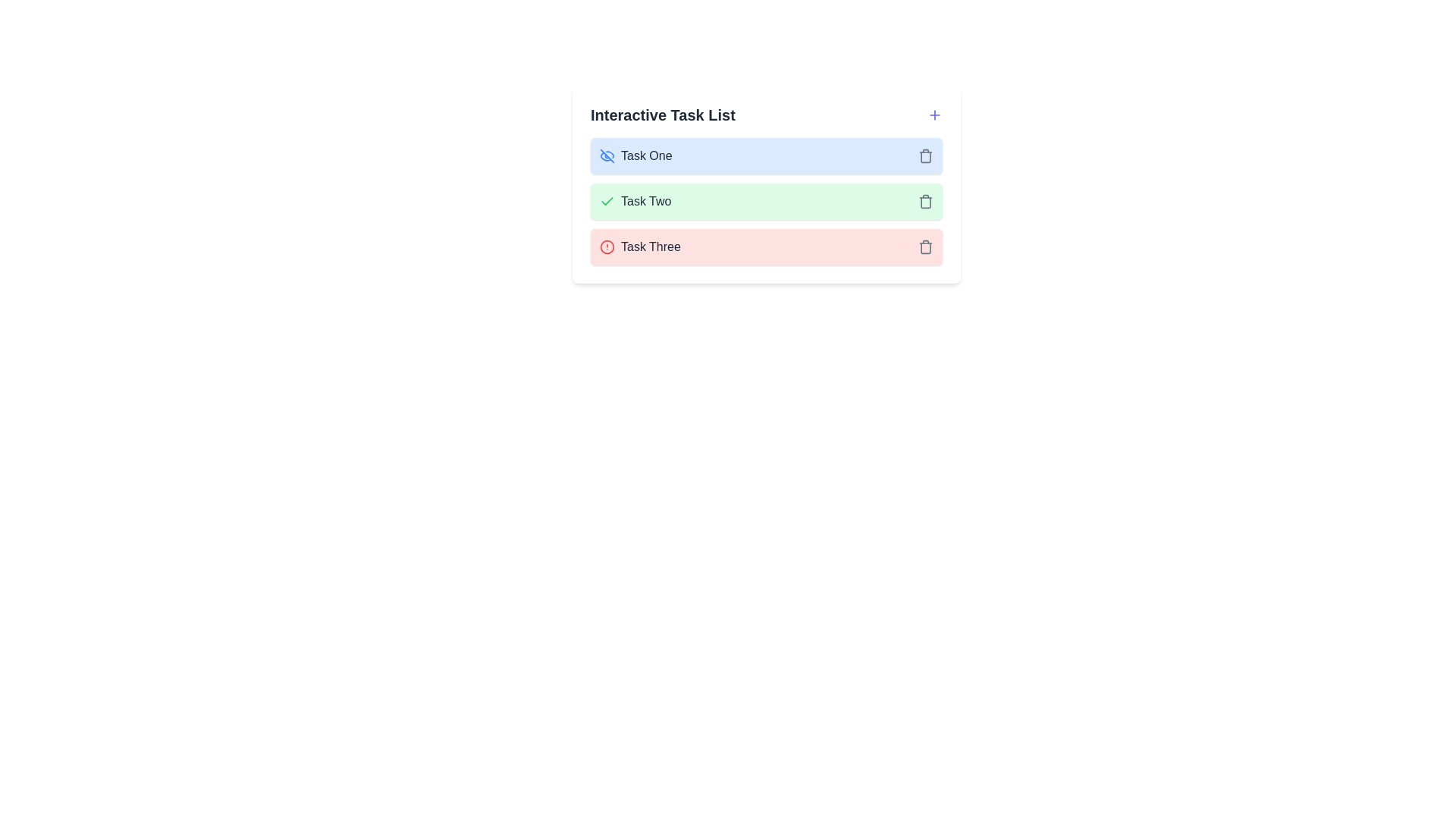 The image size is (1456, 819). What do you see at coordinates (924, 246) in the screenshot?
I see `the trash icon located to the right of the 'Task Three' item in the interactive task list` at bounding box center [924, 246].